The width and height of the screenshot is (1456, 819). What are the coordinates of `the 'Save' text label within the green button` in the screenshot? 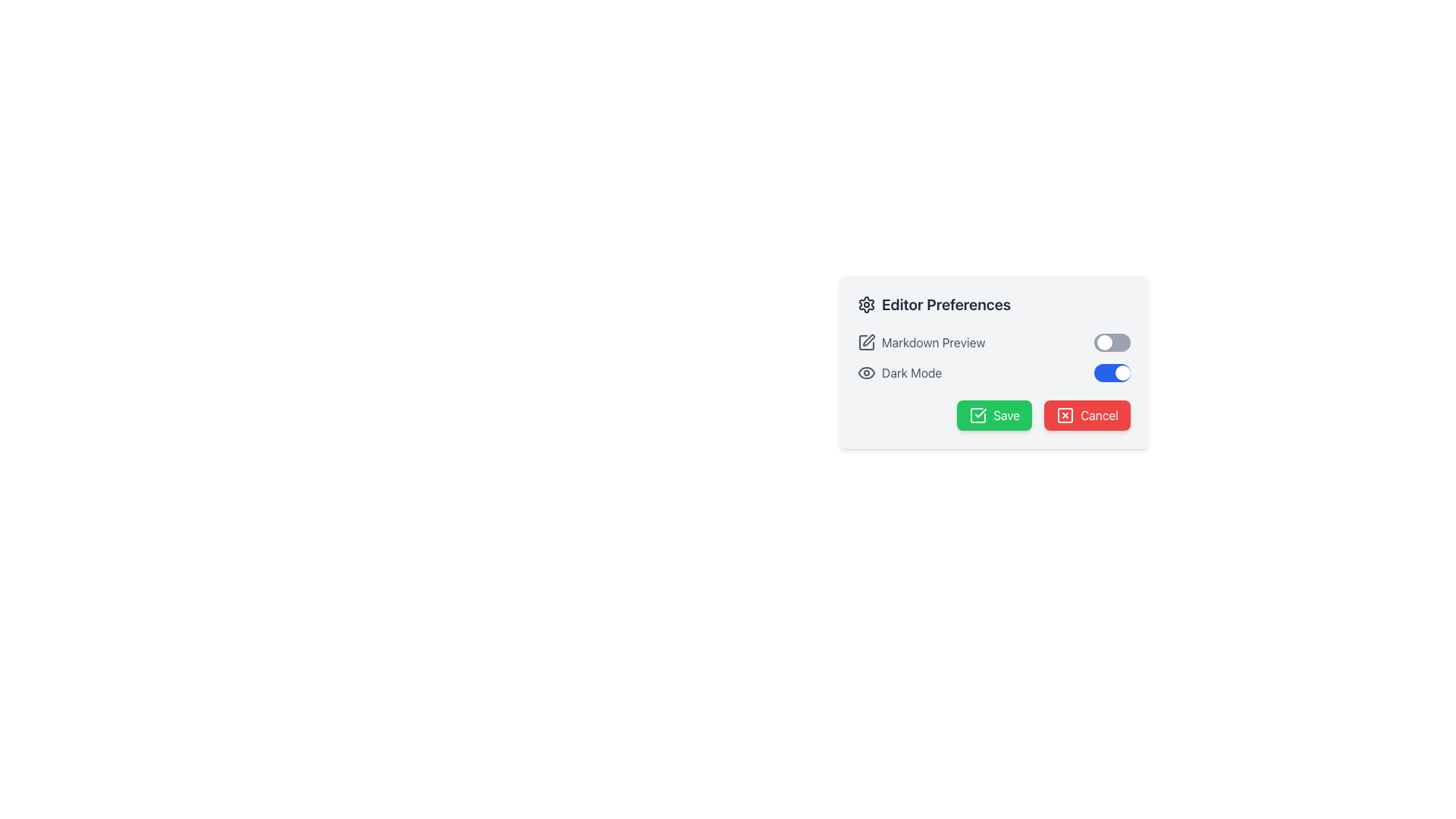 It's located at (1006, 415).